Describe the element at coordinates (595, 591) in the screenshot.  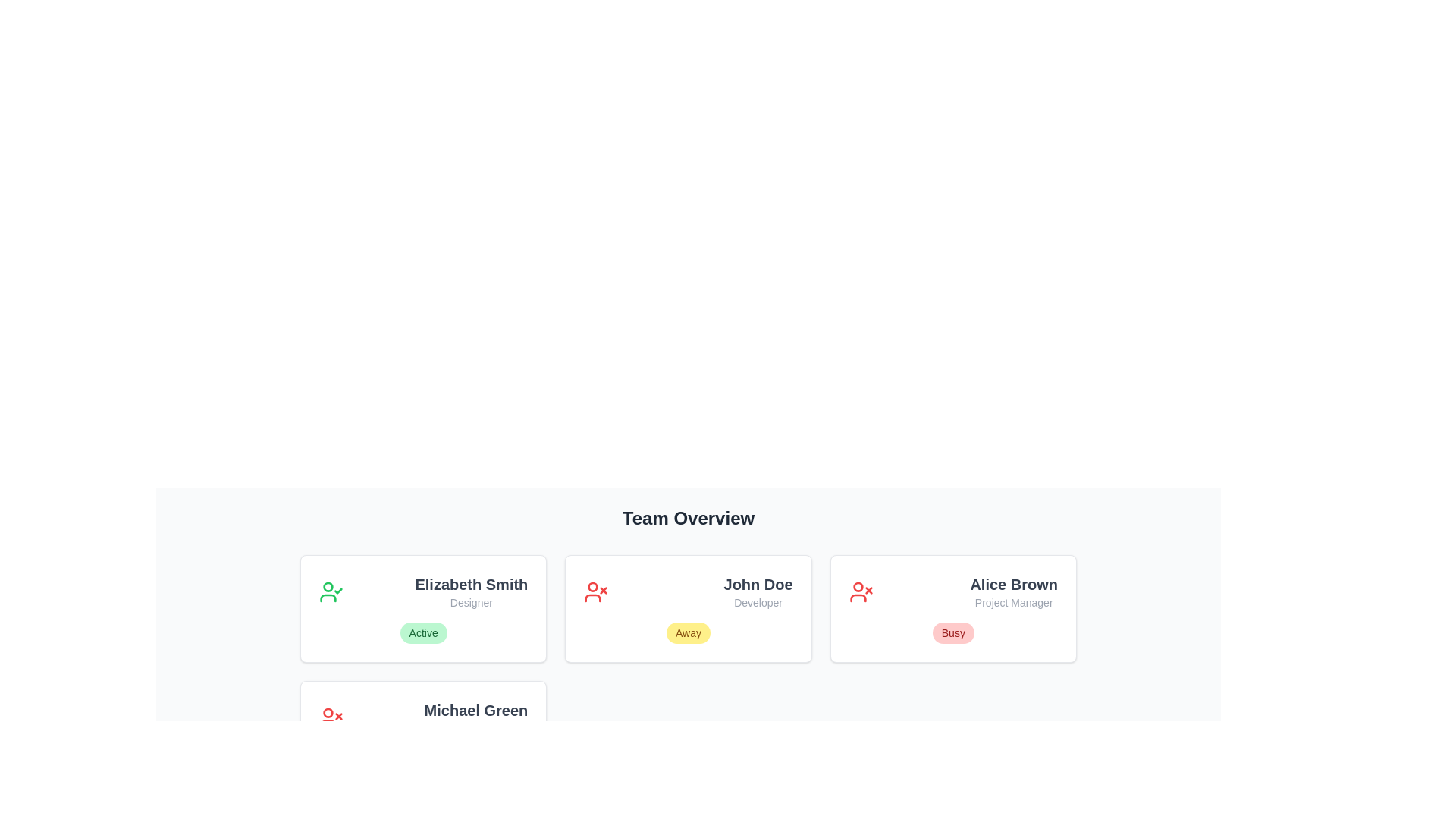
I see `the status icon within John Doe's profile card, indicating that he is unavailable or suspended` at that location.